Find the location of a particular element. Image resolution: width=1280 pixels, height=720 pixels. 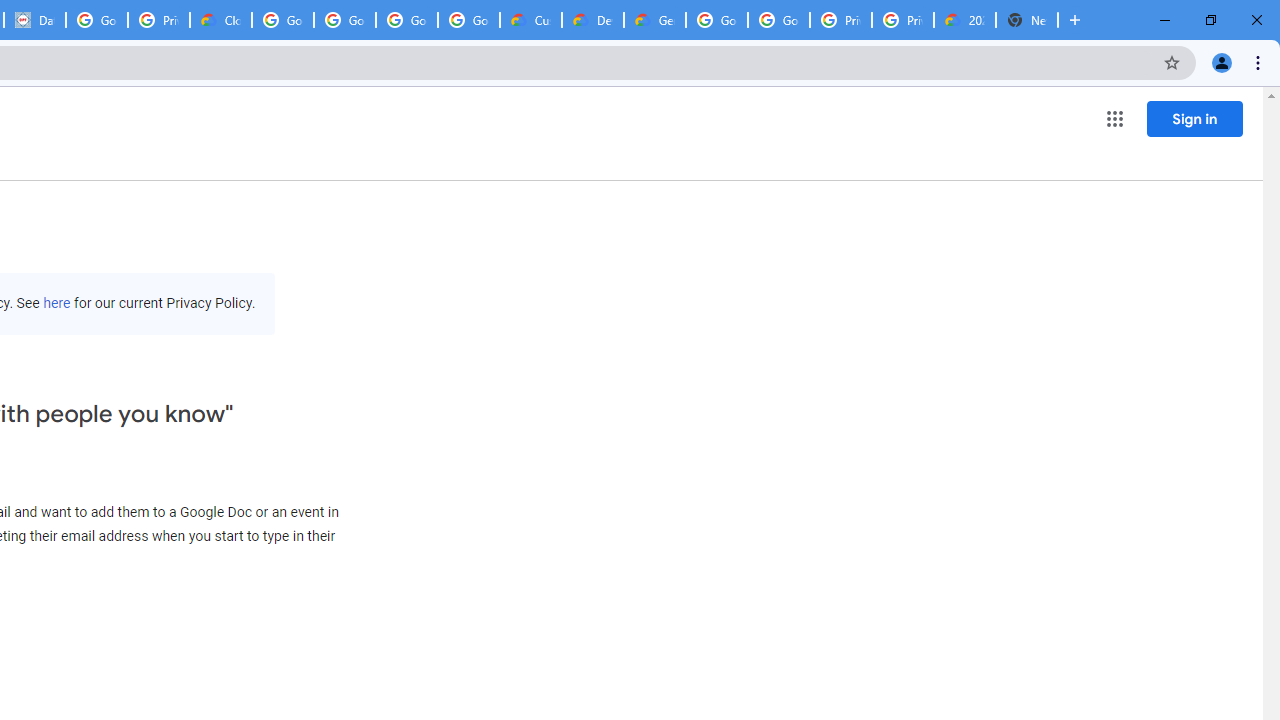

'here' is located at coordinates (56, 303).